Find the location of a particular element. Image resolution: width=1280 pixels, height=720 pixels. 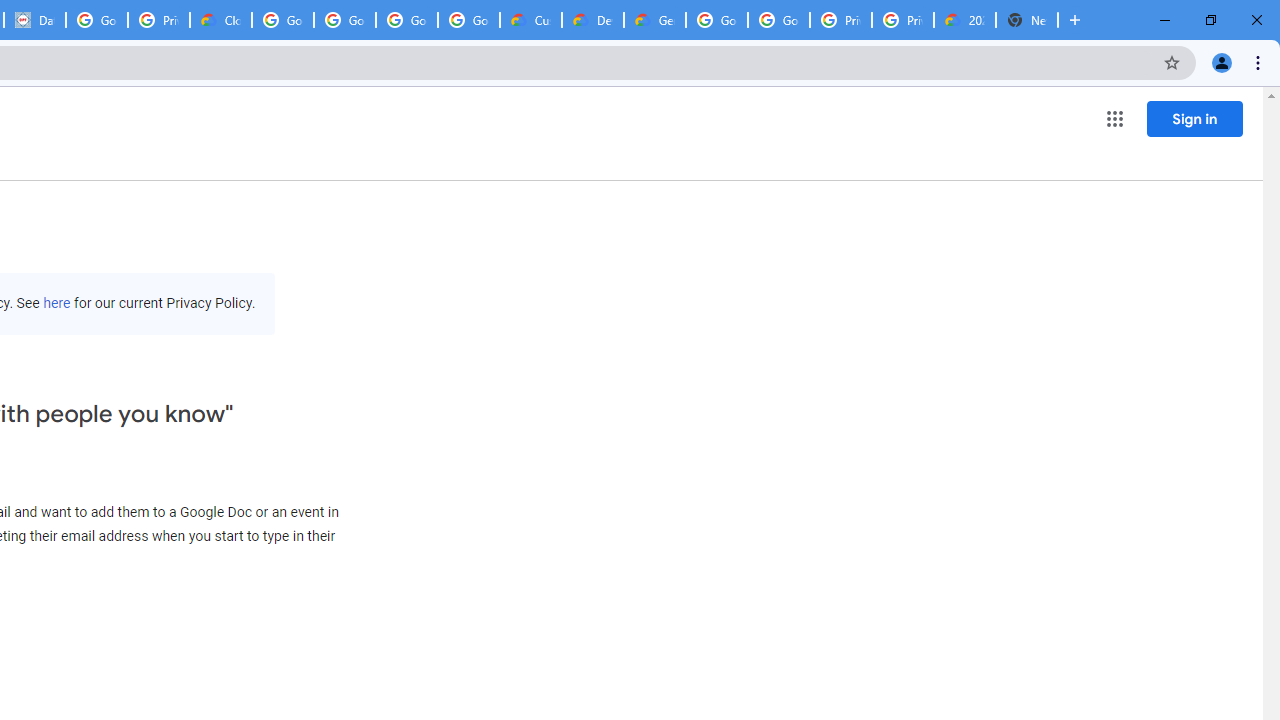

'here' is located at coordinates (56, 303).